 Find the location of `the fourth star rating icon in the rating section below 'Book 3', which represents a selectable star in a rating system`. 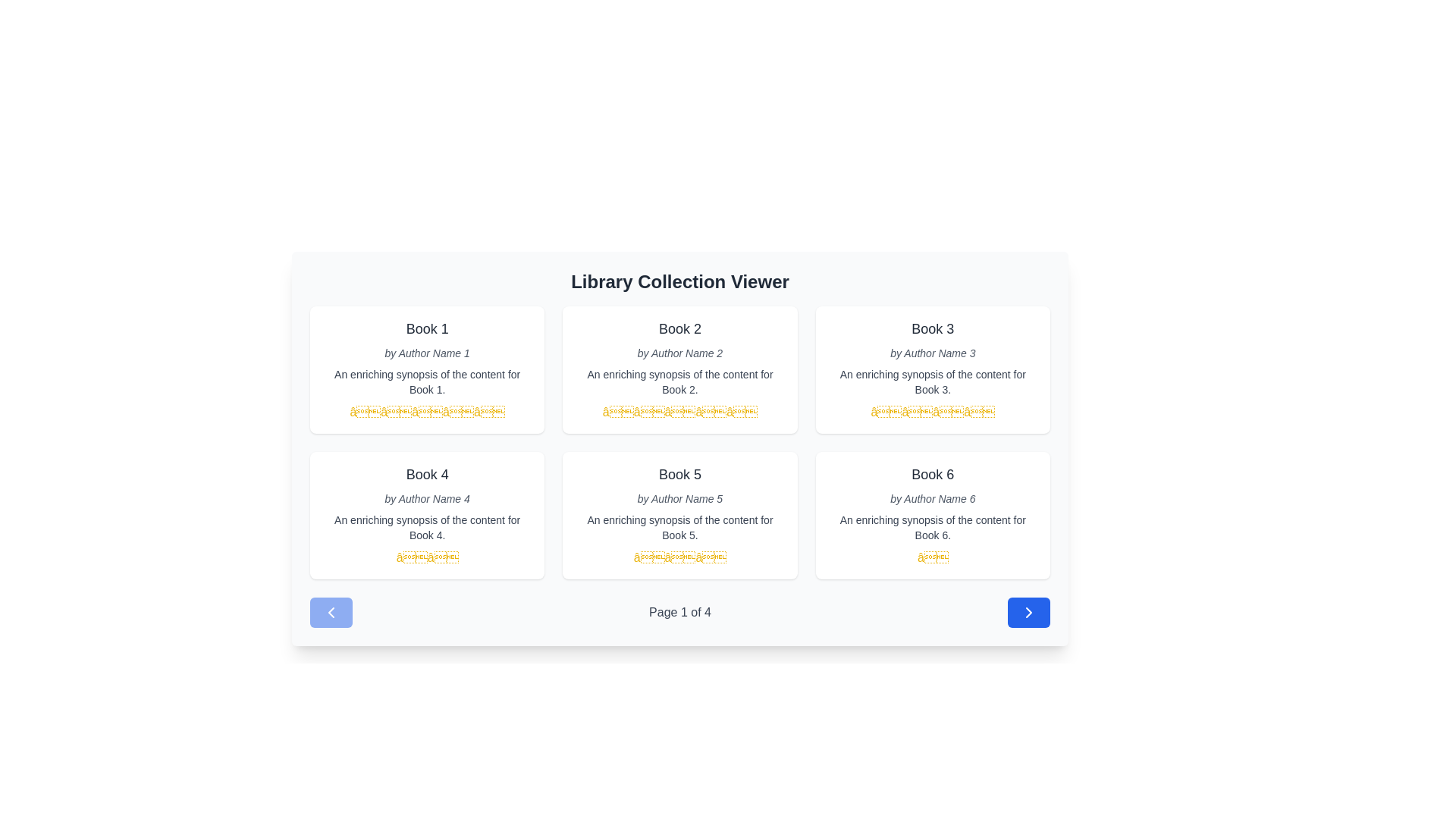

the fourth star rating icon in the rating section below 'Book 3', which represents a selectable star in a rating system is located at coordinates (979, 412).